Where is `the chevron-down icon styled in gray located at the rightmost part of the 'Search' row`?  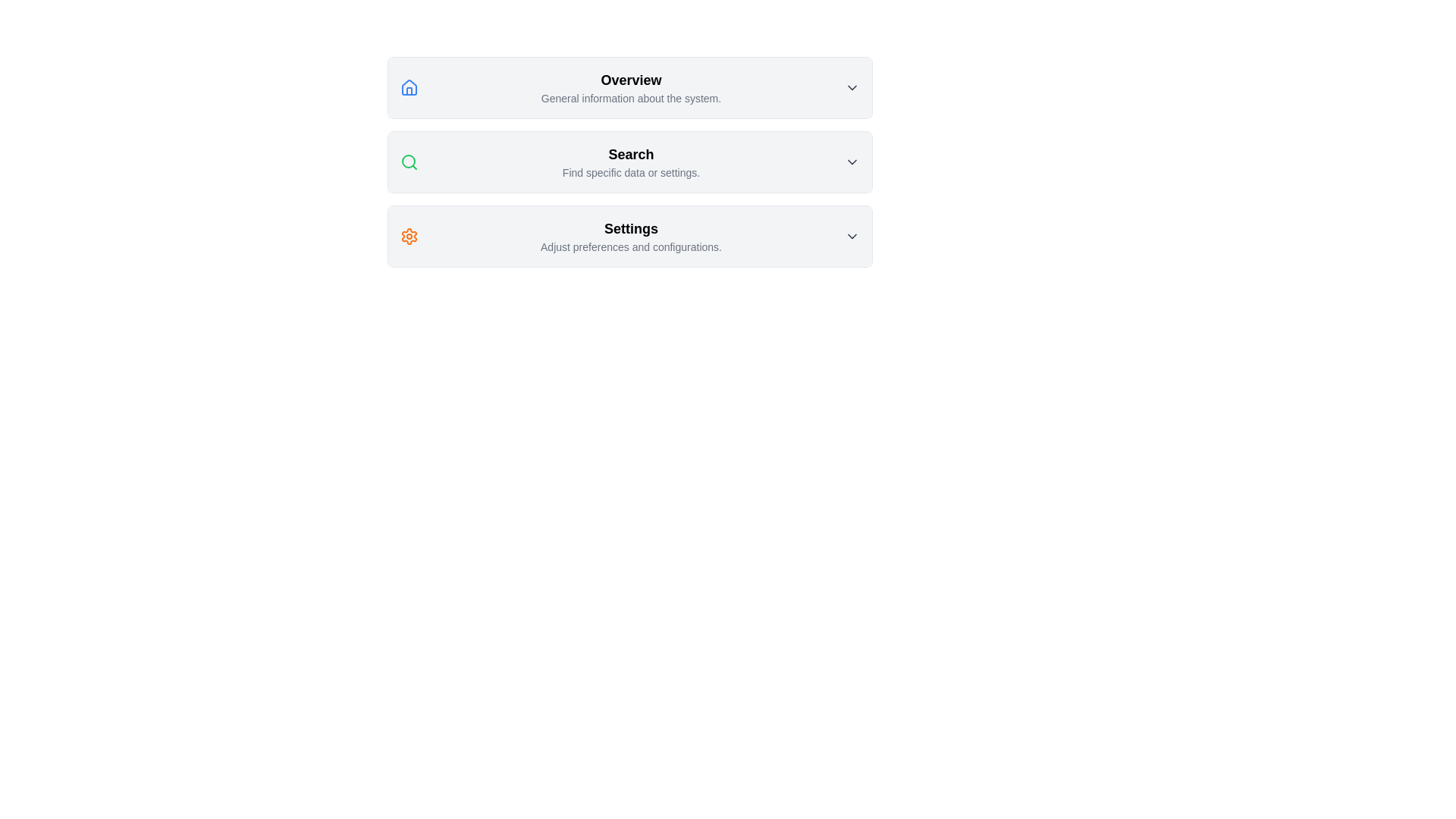 the chevron-down icon styled in gray located at the rightmost part of the 'Search' row is located at coordinates (852, 162).